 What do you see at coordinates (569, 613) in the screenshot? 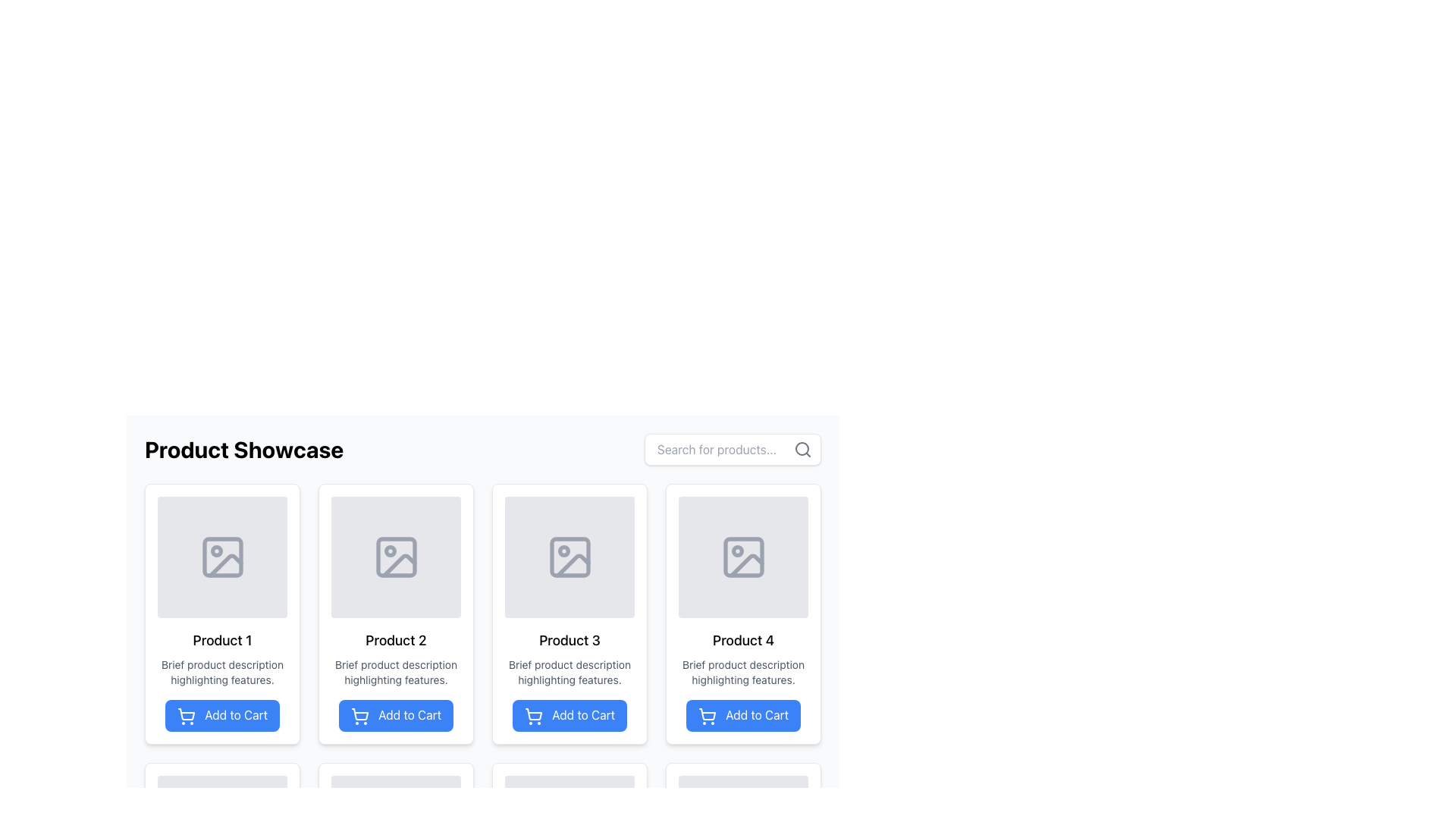
I see `the third product card in the top row of the grid layout, which is located below the 'Product Showcase' header` at bounding box center [569, 613].